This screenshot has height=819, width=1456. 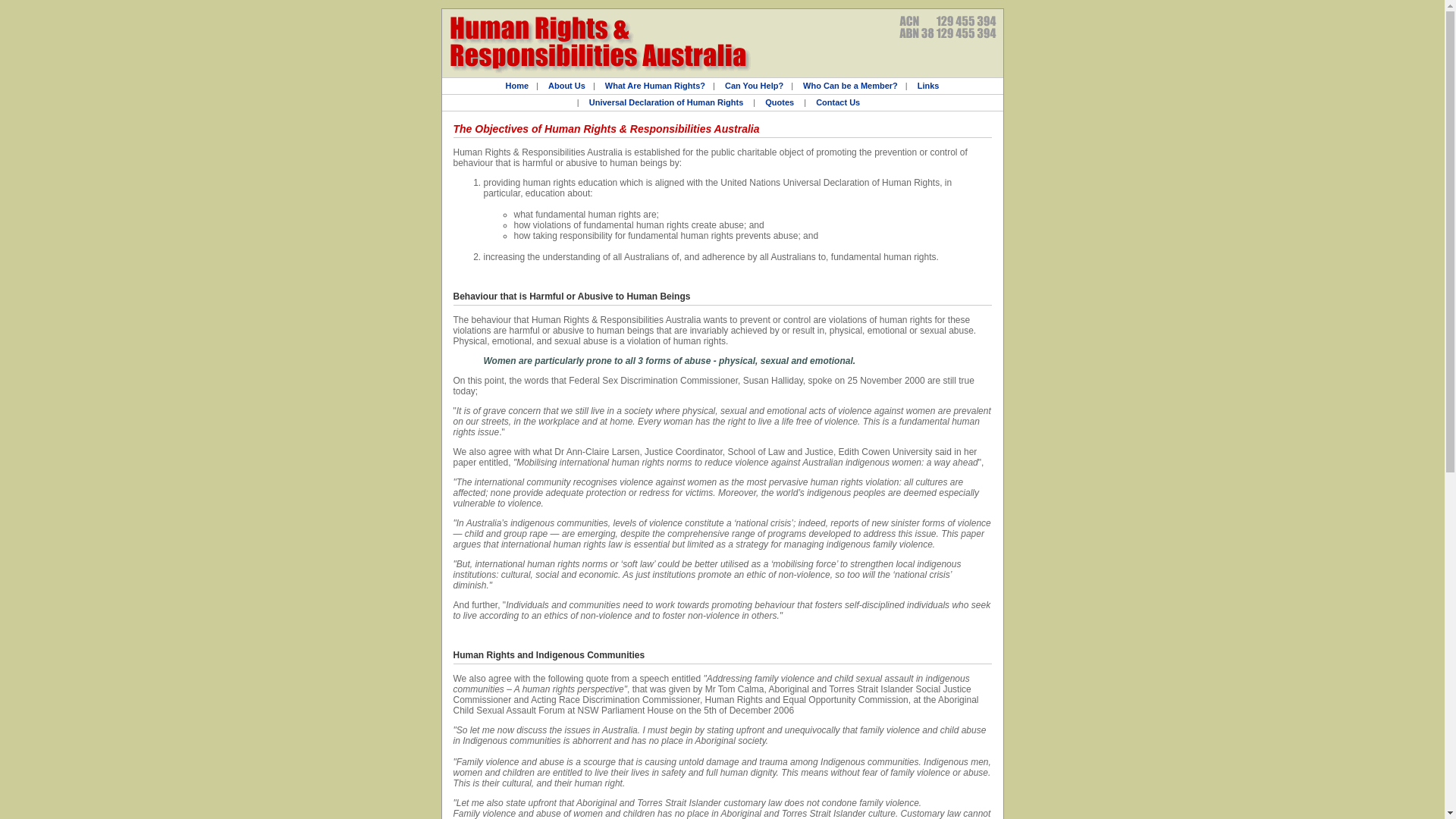 What do you see at coordinates (850, 85) in the screenshot?
I see `'Who Can be a Member?'` at bounding box center [850, 85].